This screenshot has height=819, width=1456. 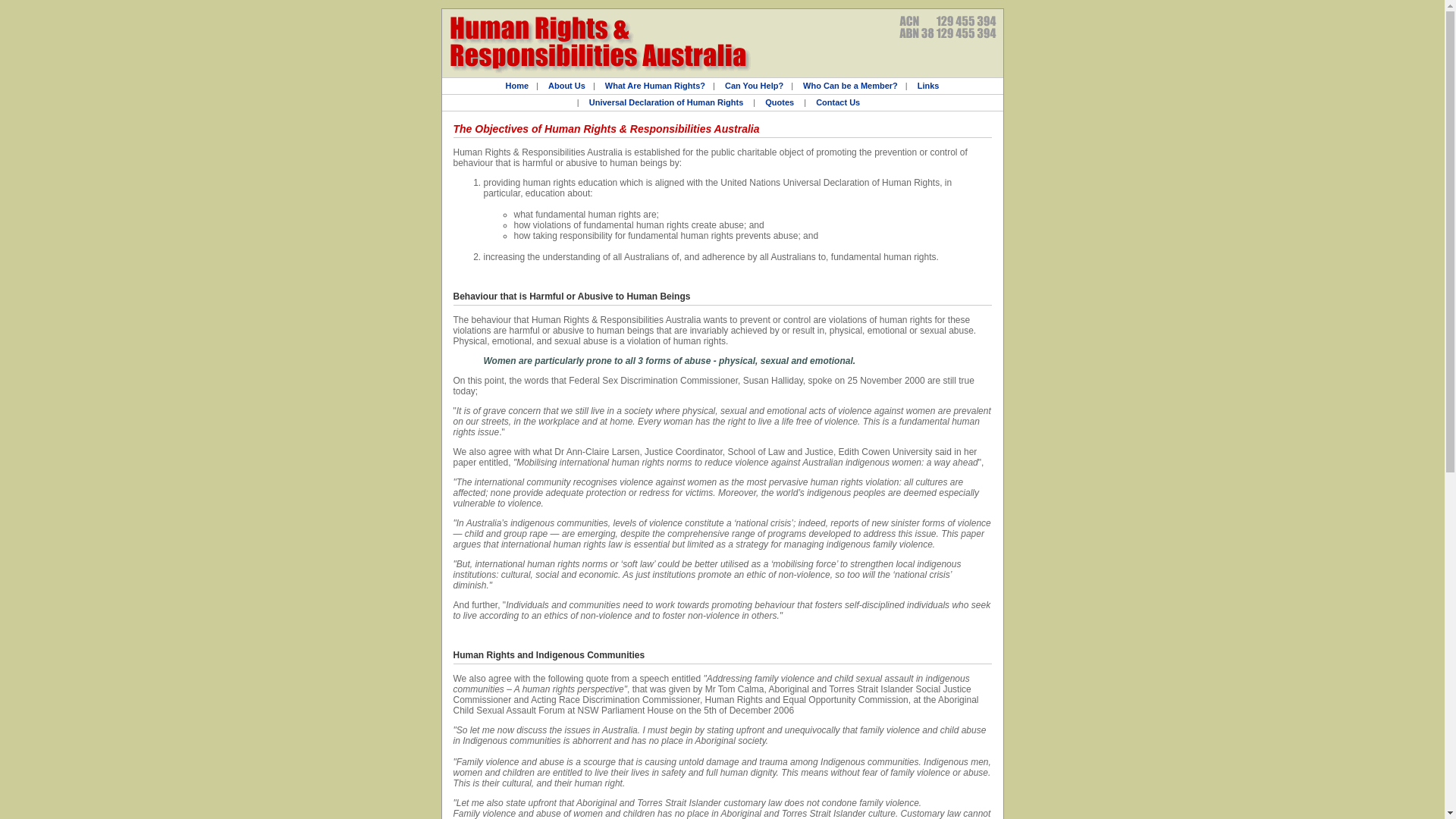 What do you see at coordinates (850, 85) in the screenshot?
I see `'Who Can be a Member?'` at bounding box center [850, 85].